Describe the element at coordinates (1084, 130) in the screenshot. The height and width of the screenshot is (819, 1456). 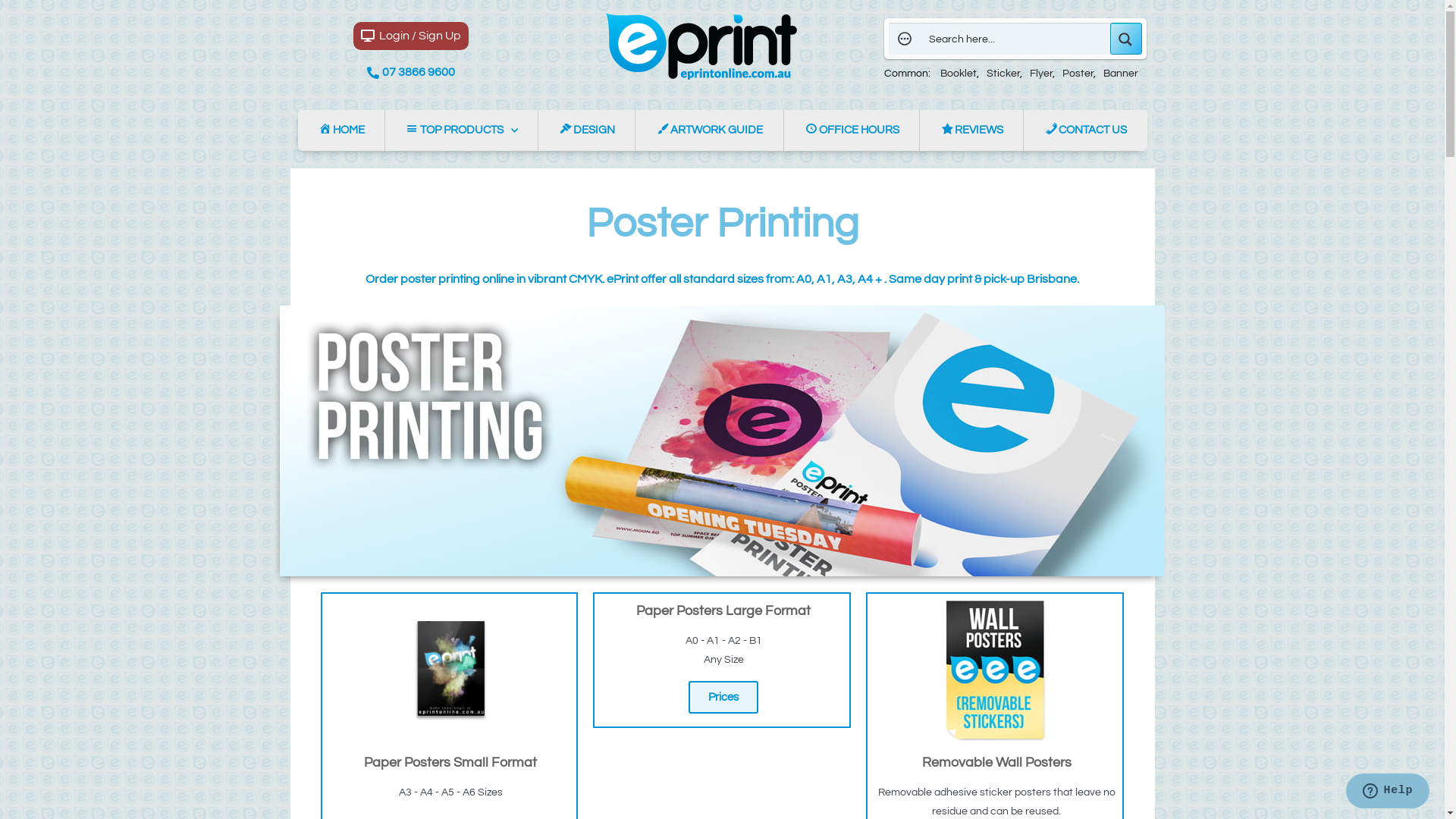
I see `'CONTACT US'` at that location.